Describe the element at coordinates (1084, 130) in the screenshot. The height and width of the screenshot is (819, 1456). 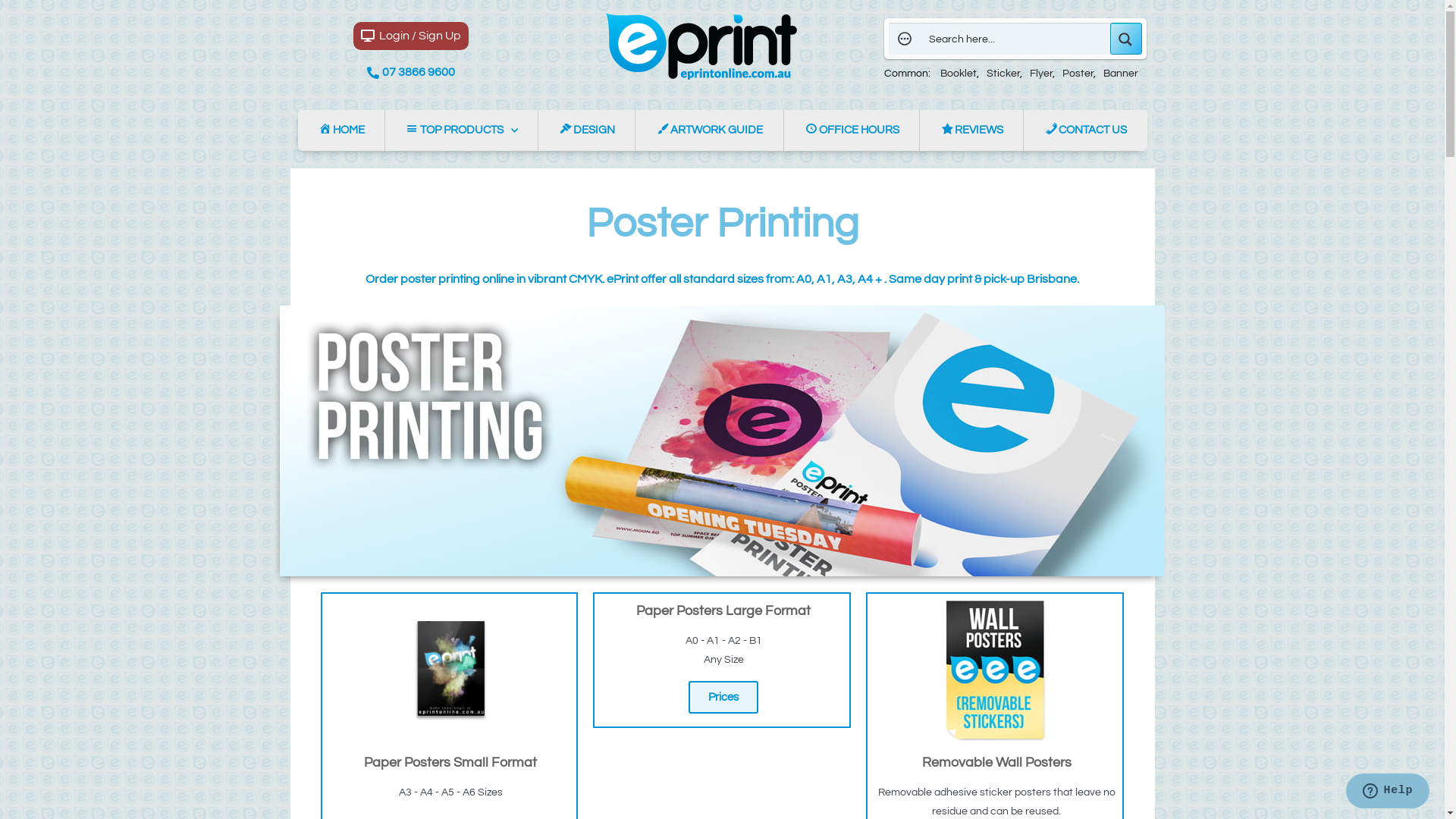
I see `'CONTACT US'` at that location.